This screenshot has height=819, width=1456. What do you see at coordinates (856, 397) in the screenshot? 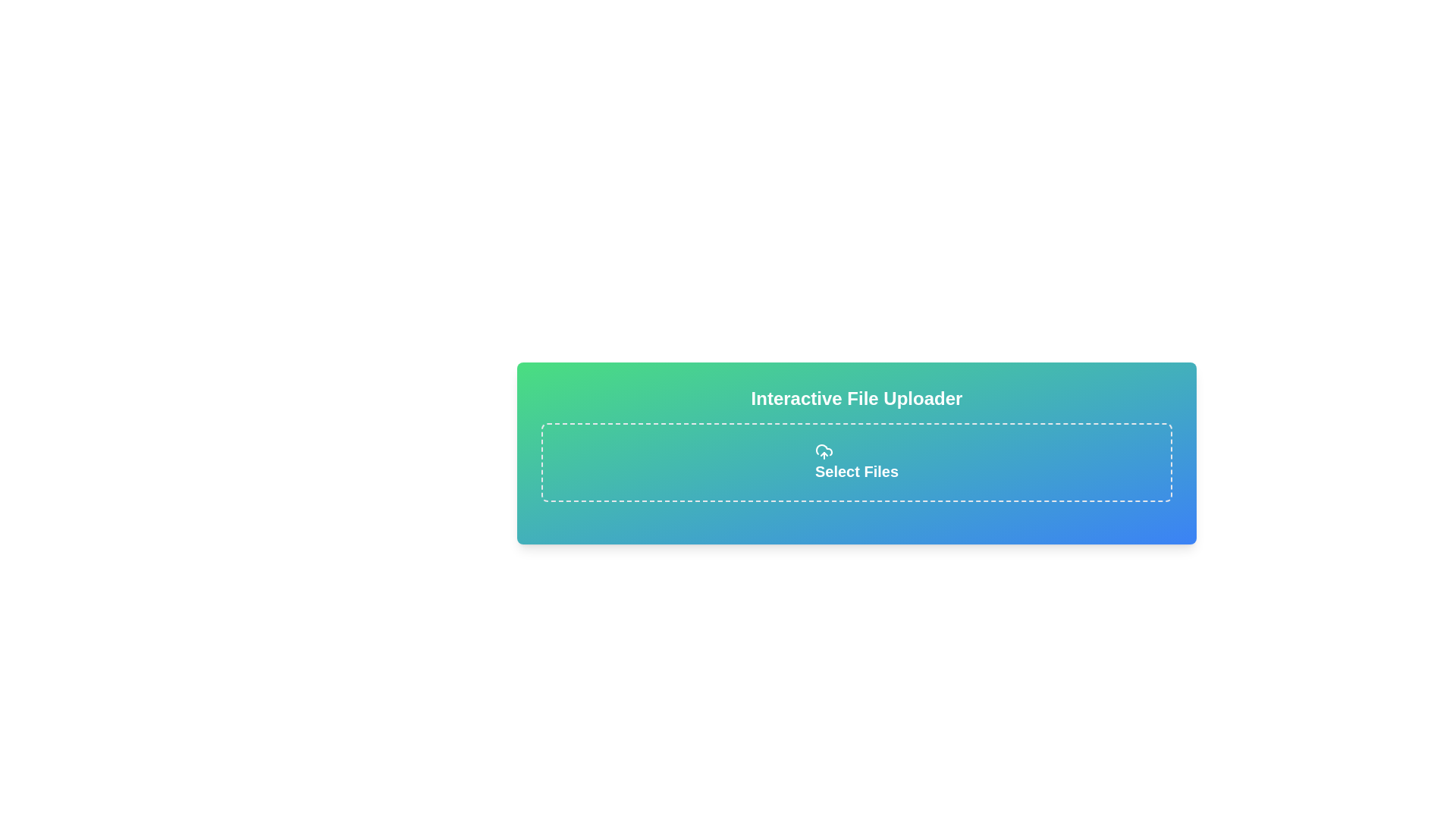
I see `the prominently displayed text label 'Interactive File Uploader' which is the header of the file uploader section, located at the top of the interface with a green and blue gradient background` at bounding box center [856, 397].